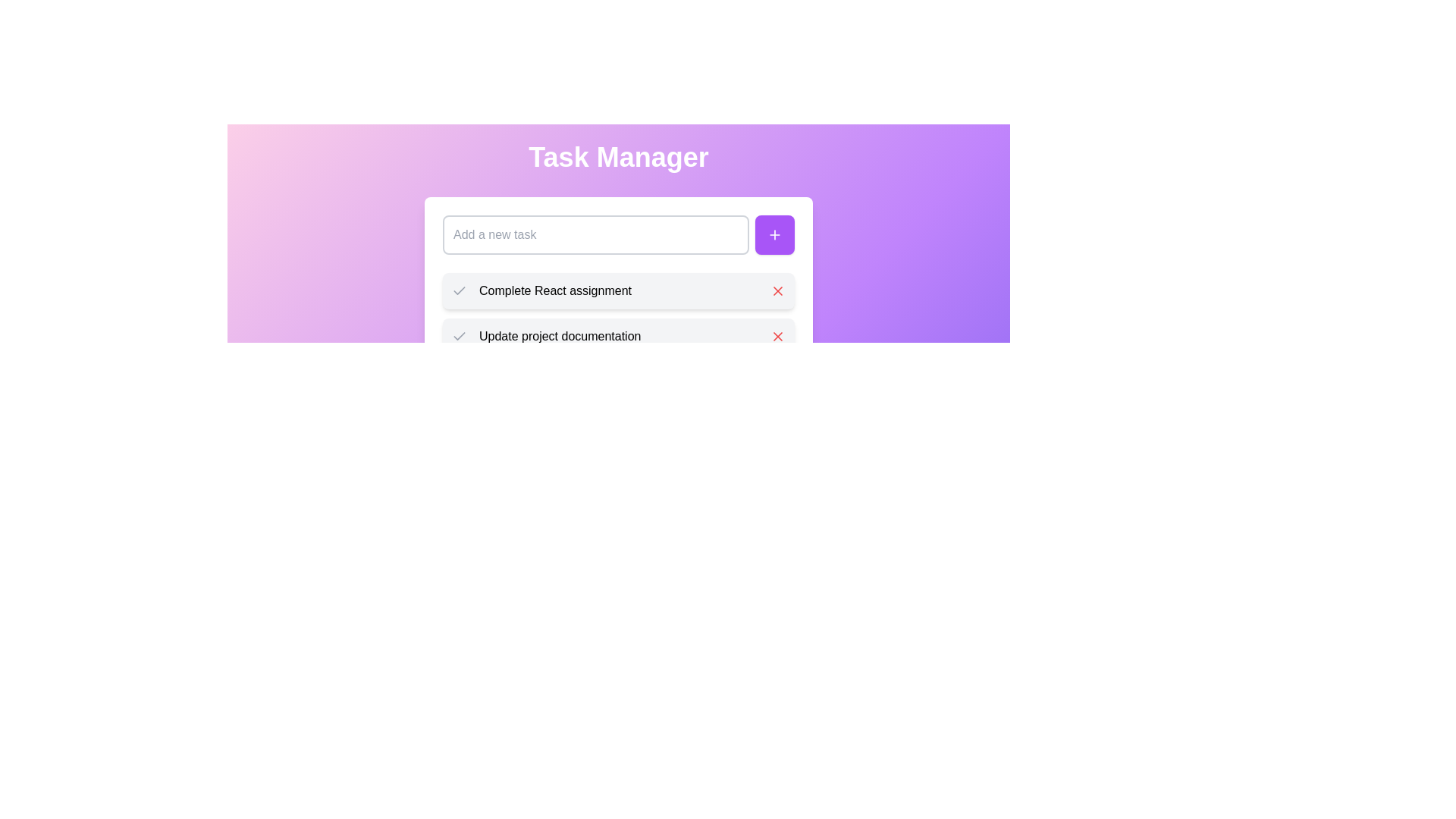  What do you see at coordinates (619, 158) in the screenshot?
I see `the Header or Title Label indicating the task management context, located at the top center of the interface` at bounding box center [619, 158].